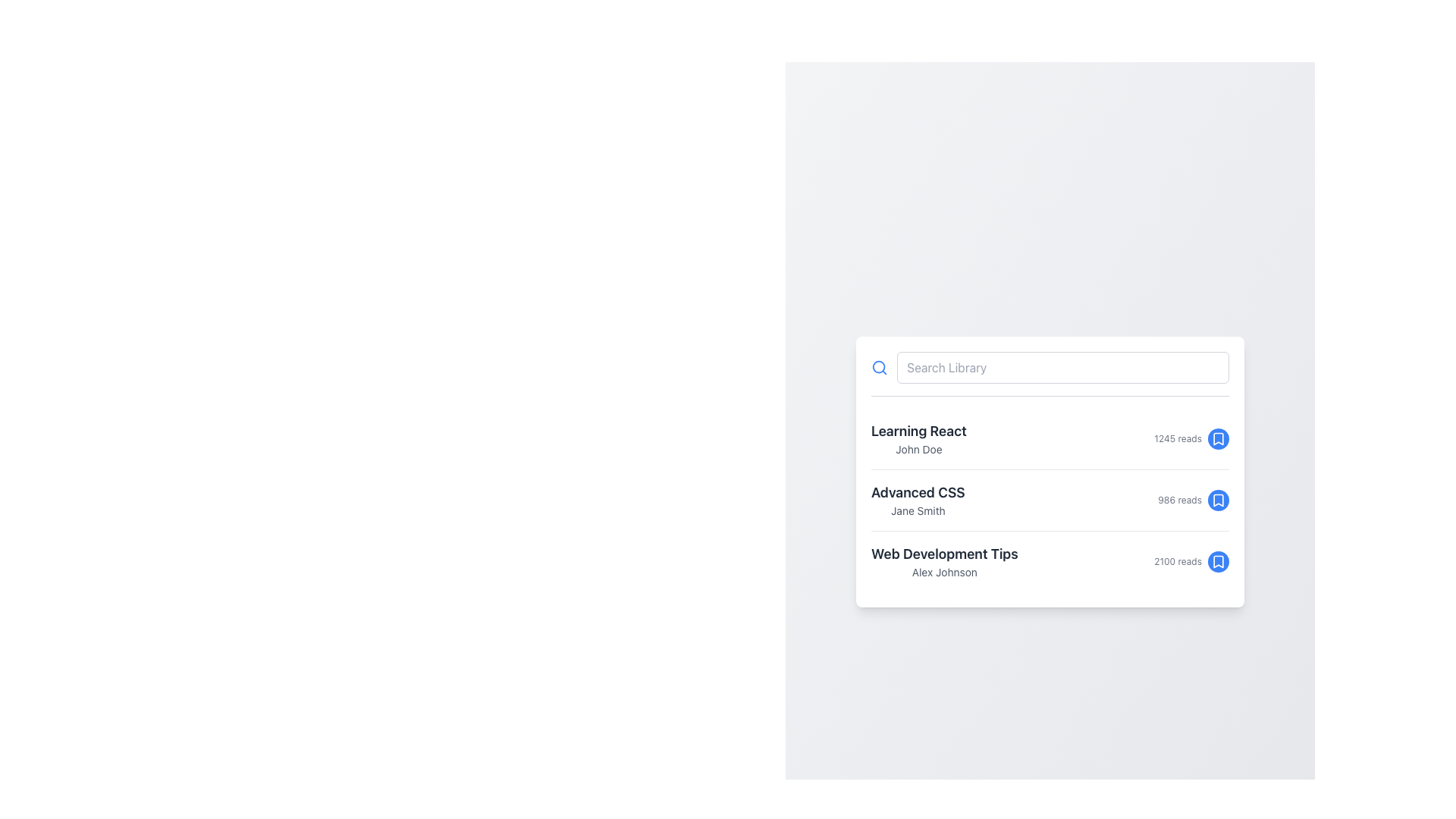 The width and height of the screenshot is (1456, 819). I want to click on the bookmark button located to the right of the text '2100 reads' in the bottom-right of the 'Web Development Tips' section, so click(1219, 561).